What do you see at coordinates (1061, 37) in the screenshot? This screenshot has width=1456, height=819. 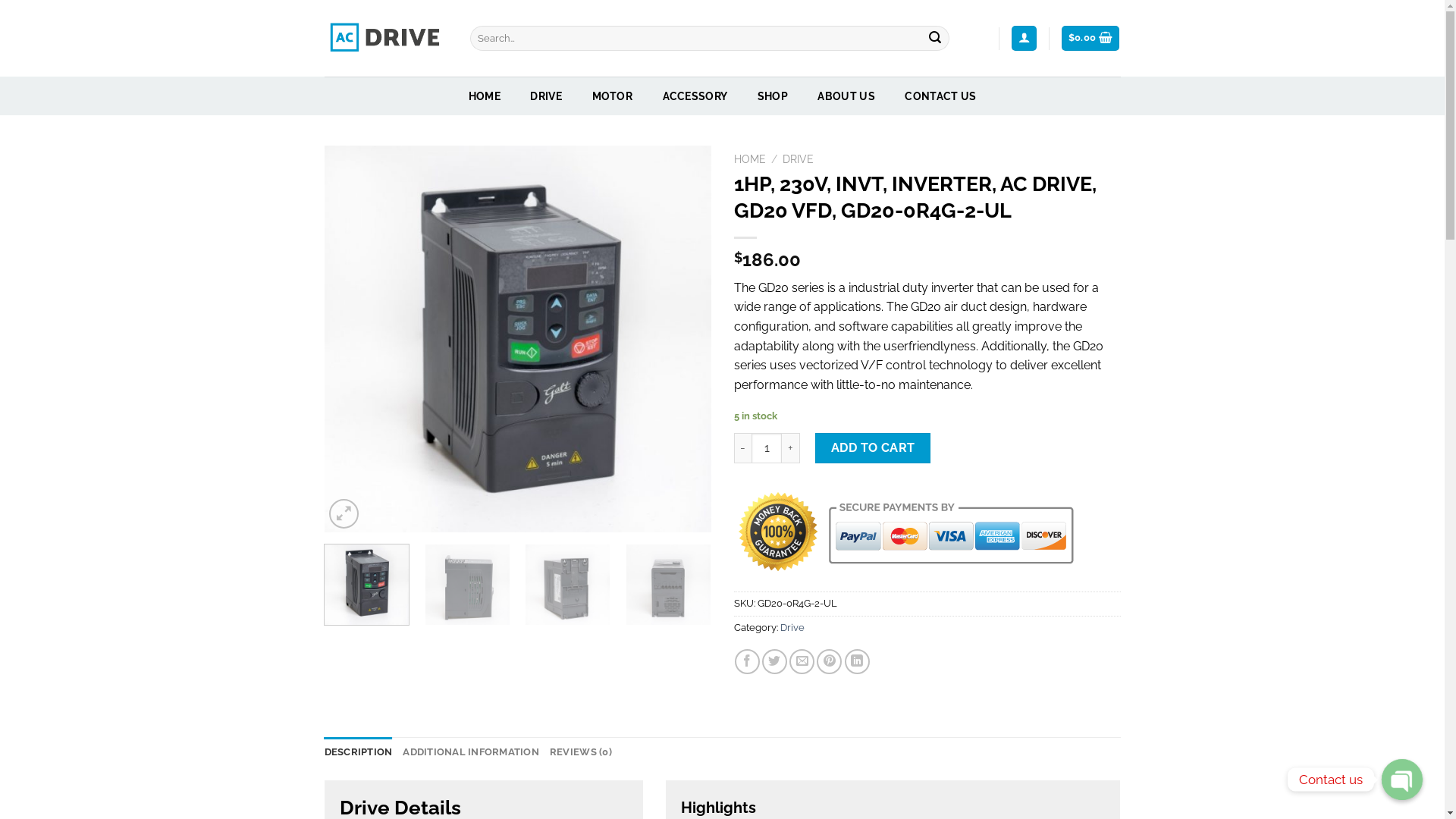 I see `'$0.00'` at bounding box center [1061, 37].